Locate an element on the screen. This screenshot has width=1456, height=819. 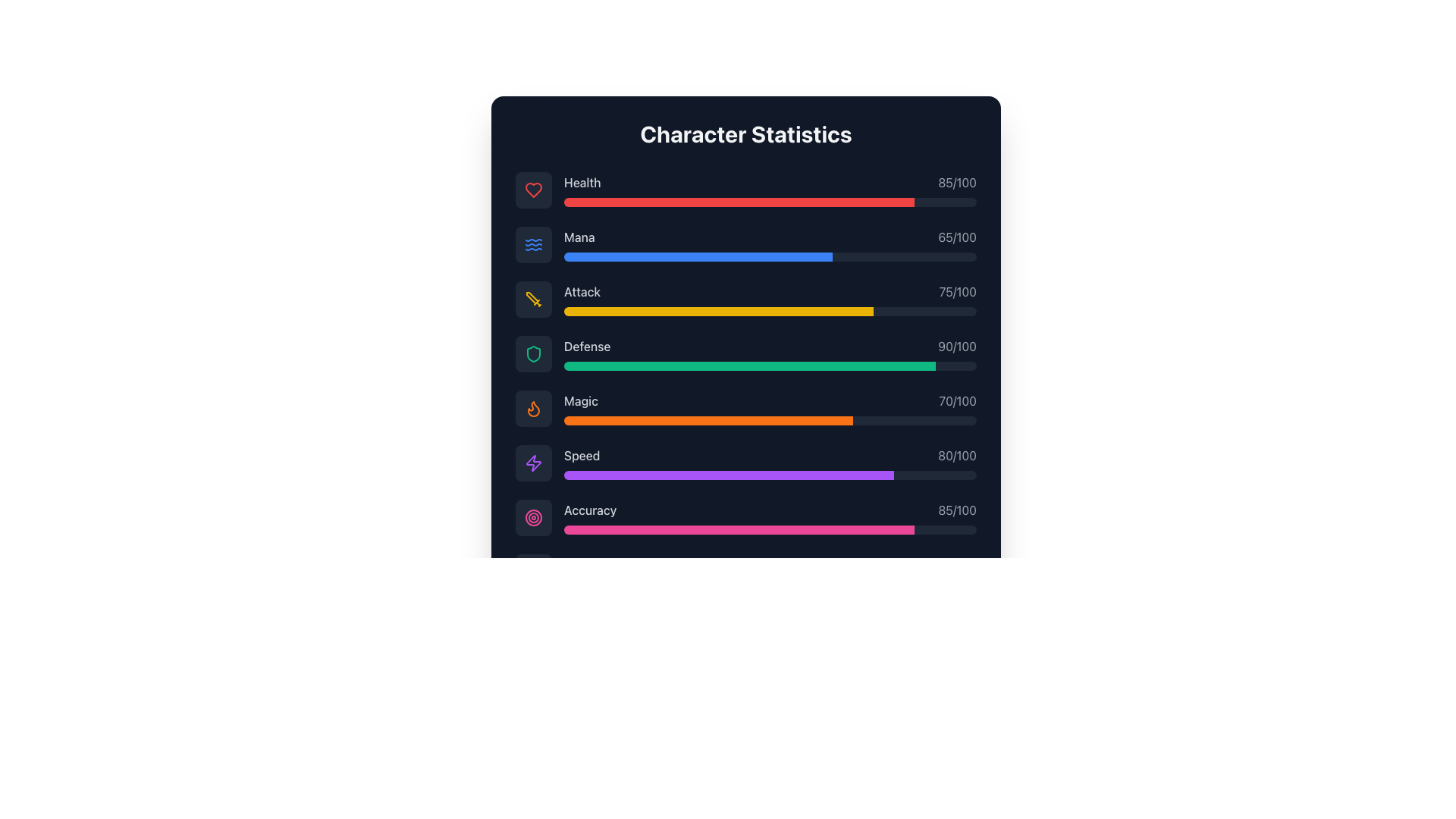
progress bar labeled 'Accuracy' which shows a filled pink section indicating 85% and is located at the bottom of the character statistics section is located at coordinates (770, 516).